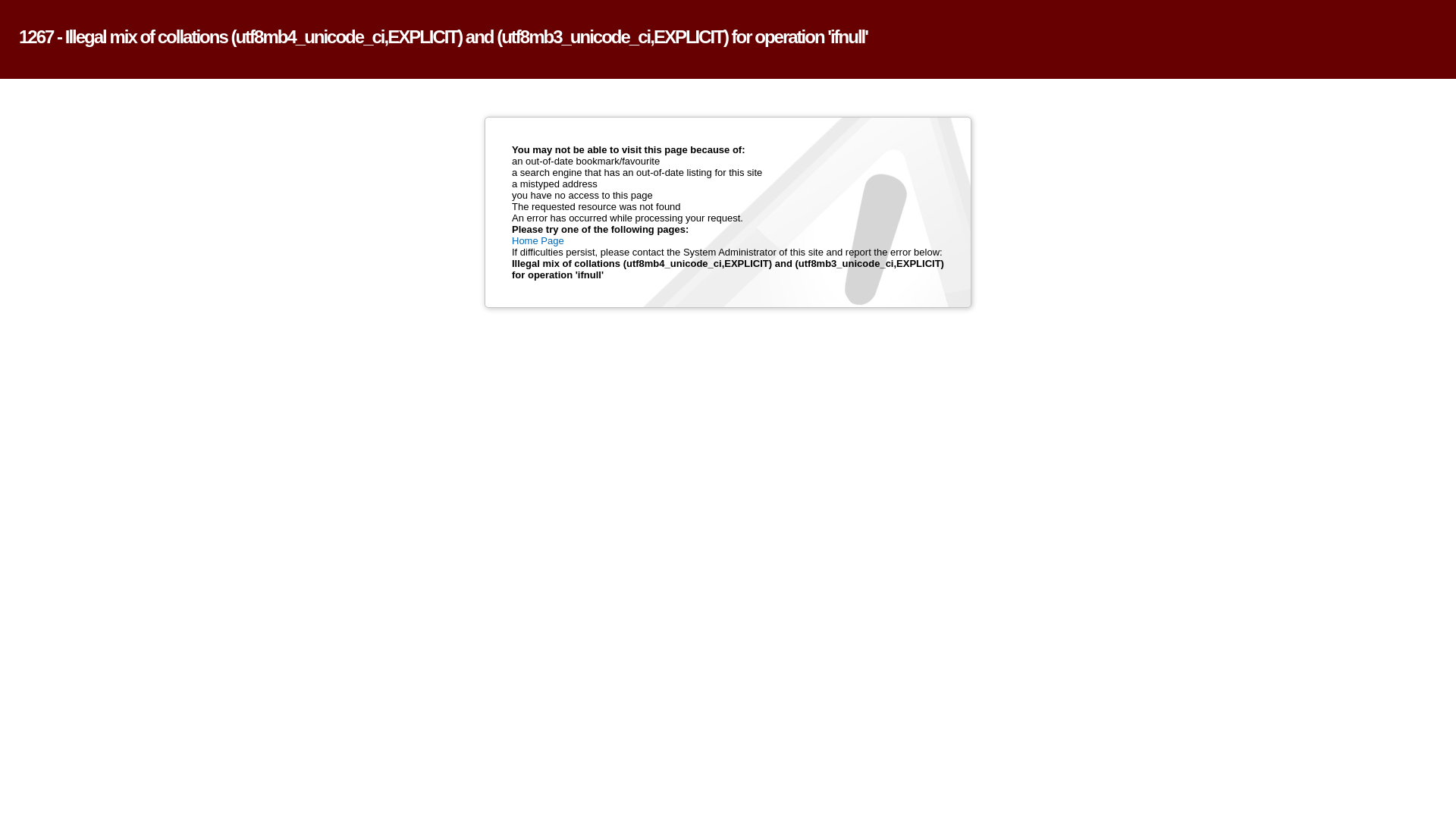  What do you see at coordinates (538, 240) in the screenshot?
I see `'Home Page'` at bounding box center [538, 240].